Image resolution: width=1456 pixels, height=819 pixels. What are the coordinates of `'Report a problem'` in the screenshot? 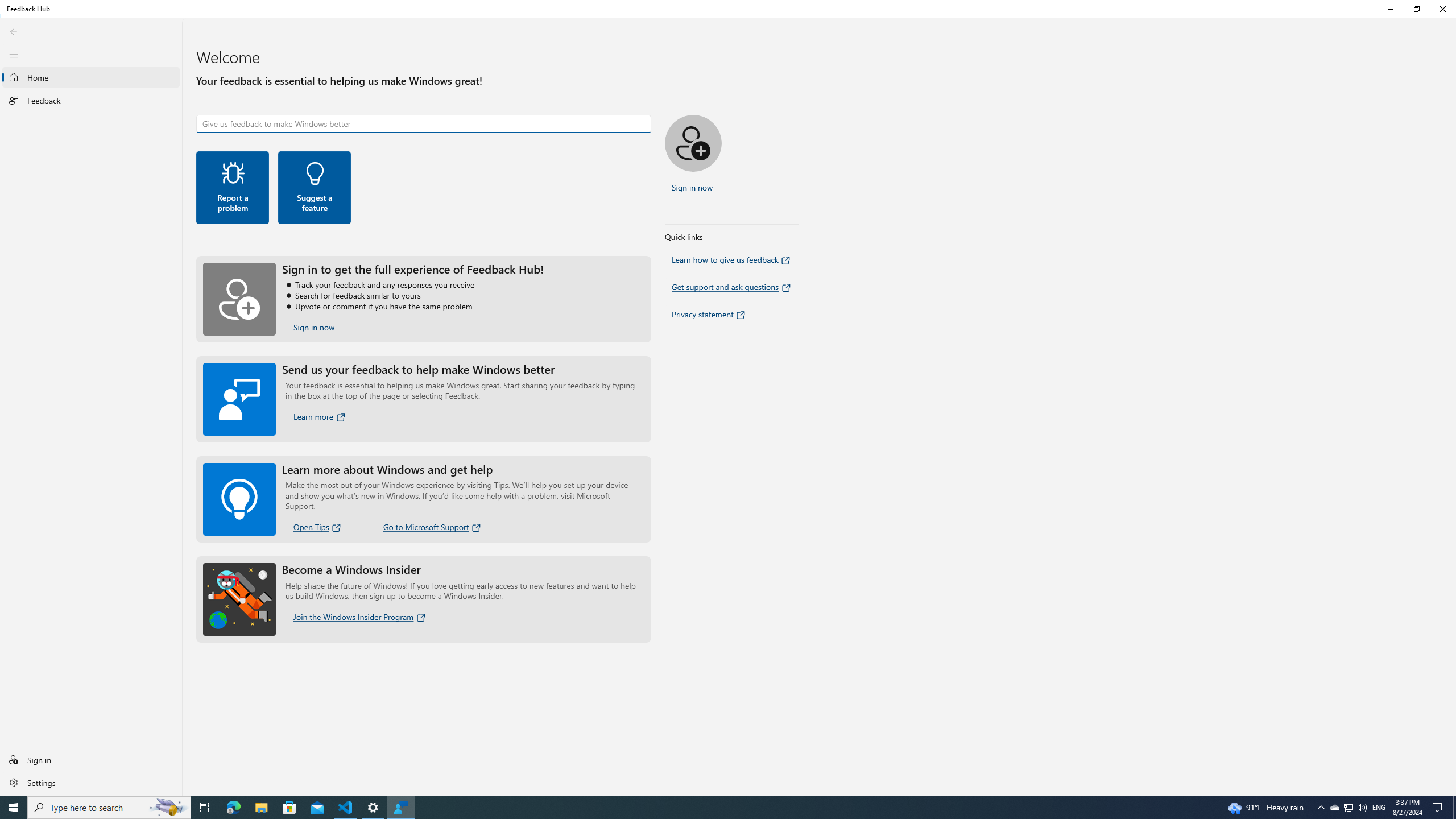 It's located at (232, 187).